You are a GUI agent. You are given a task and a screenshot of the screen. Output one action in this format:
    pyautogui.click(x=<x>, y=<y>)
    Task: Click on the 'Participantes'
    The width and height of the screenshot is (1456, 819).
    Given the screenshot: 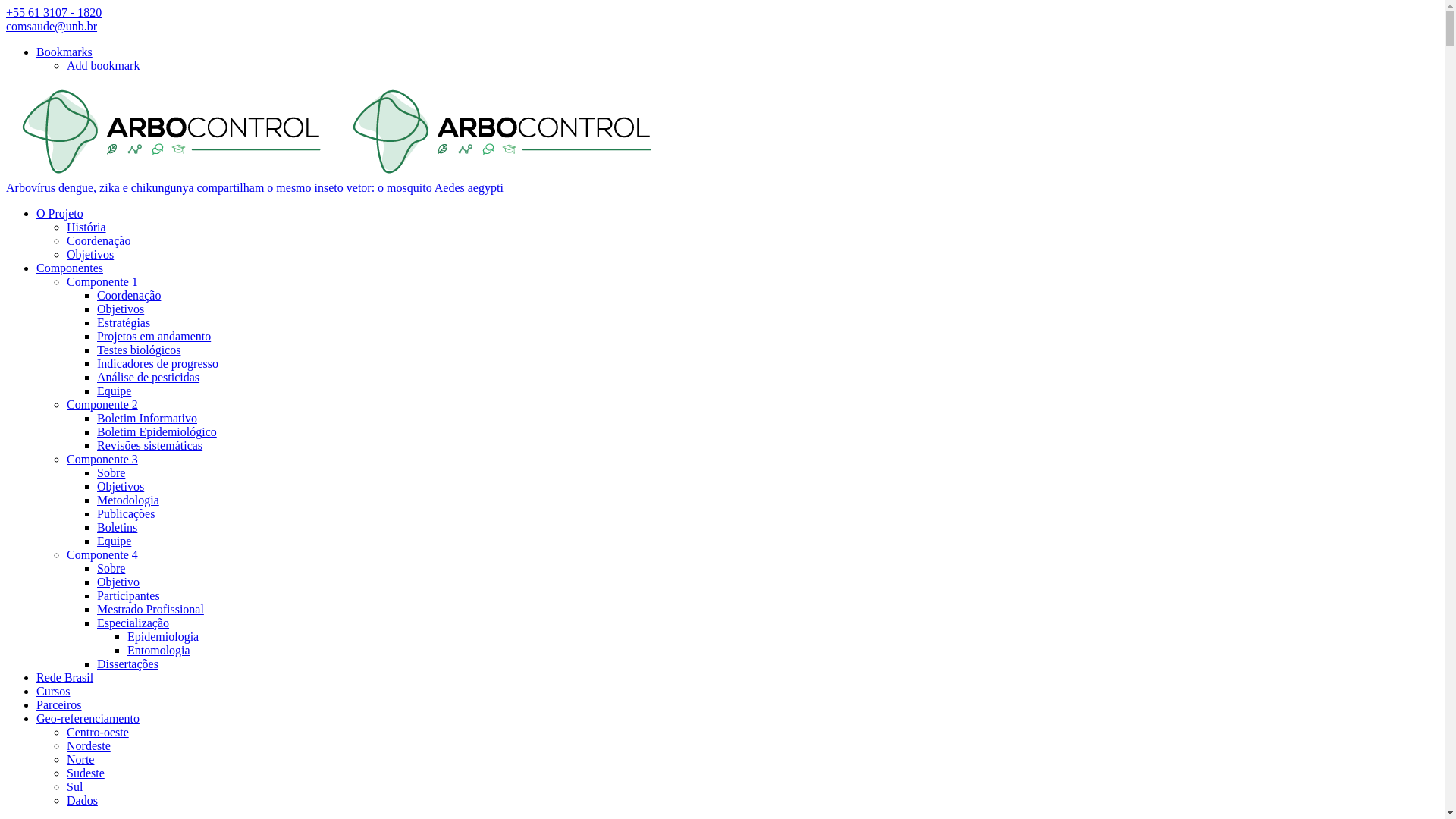 What is the action you would take?
    pyautogui.click(x=128, y=595)
    